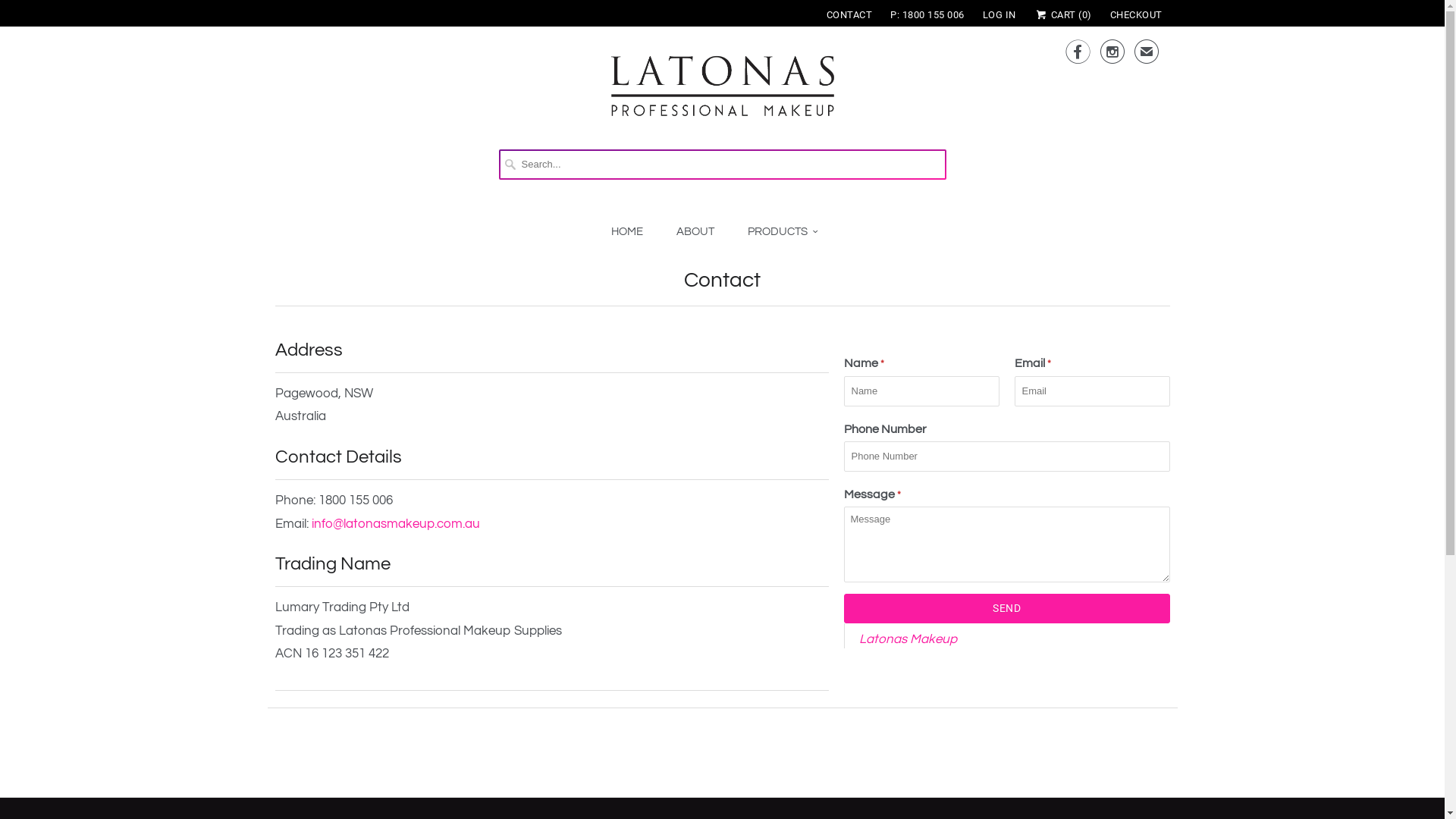 This screenshot has height=819, width=1456. Describe the element at coordinates (907, 639) in the screenshot. I see `'Latonas Makeup'` at that location.